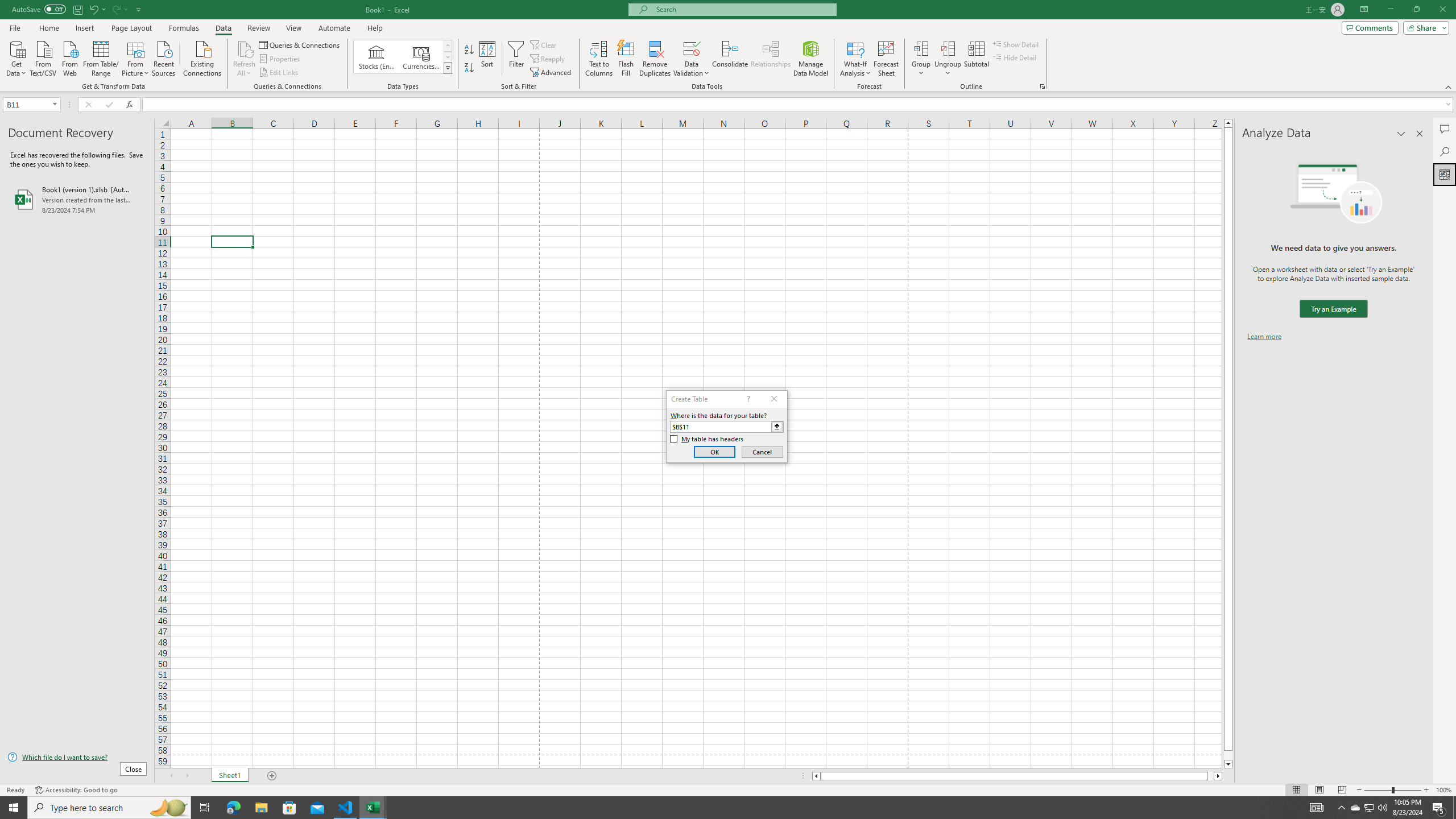  I want to click on 'Data Types', so click(448, 67).